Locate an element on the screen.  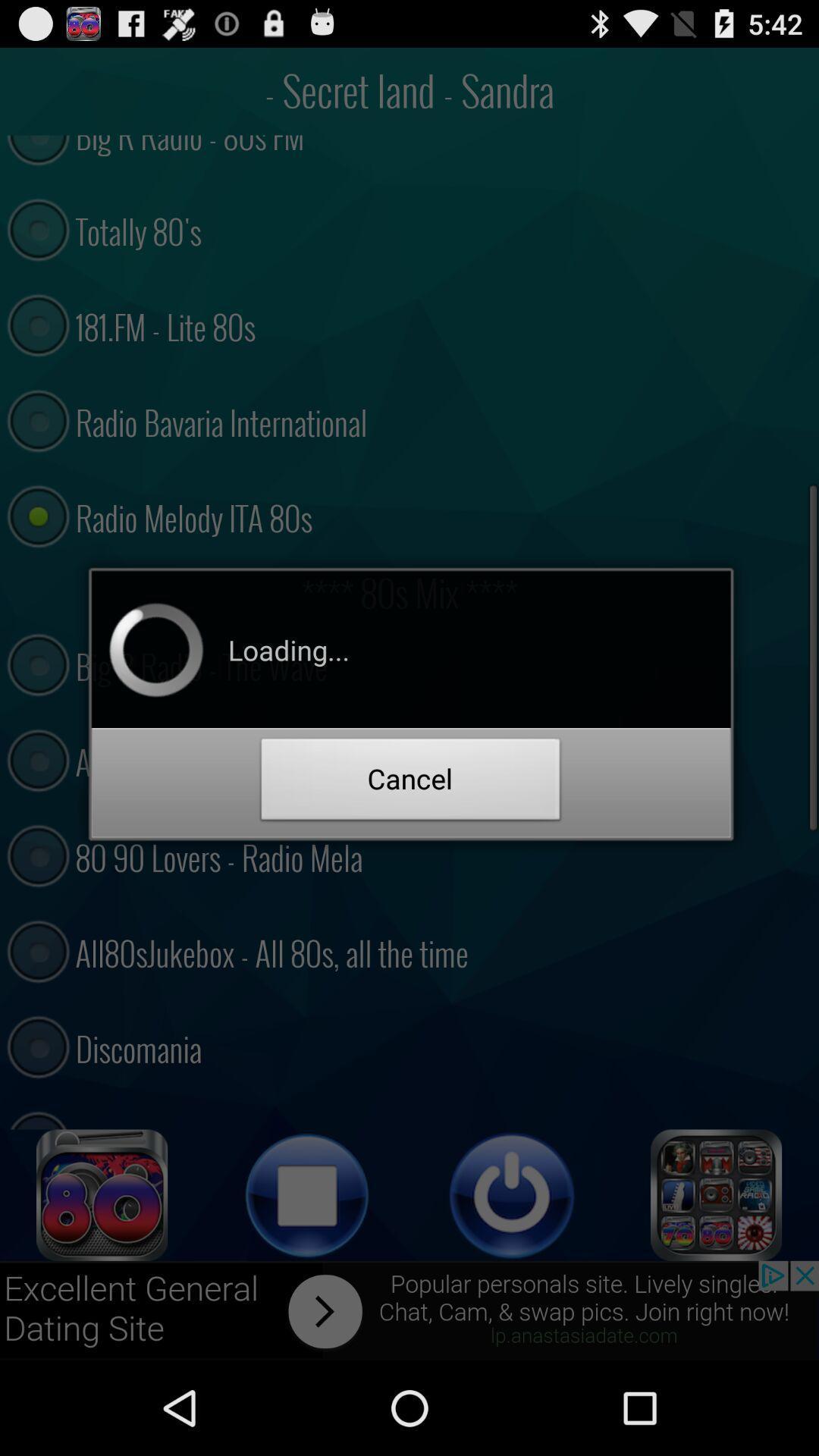
the power icon is located at coordinates (512, 1278).